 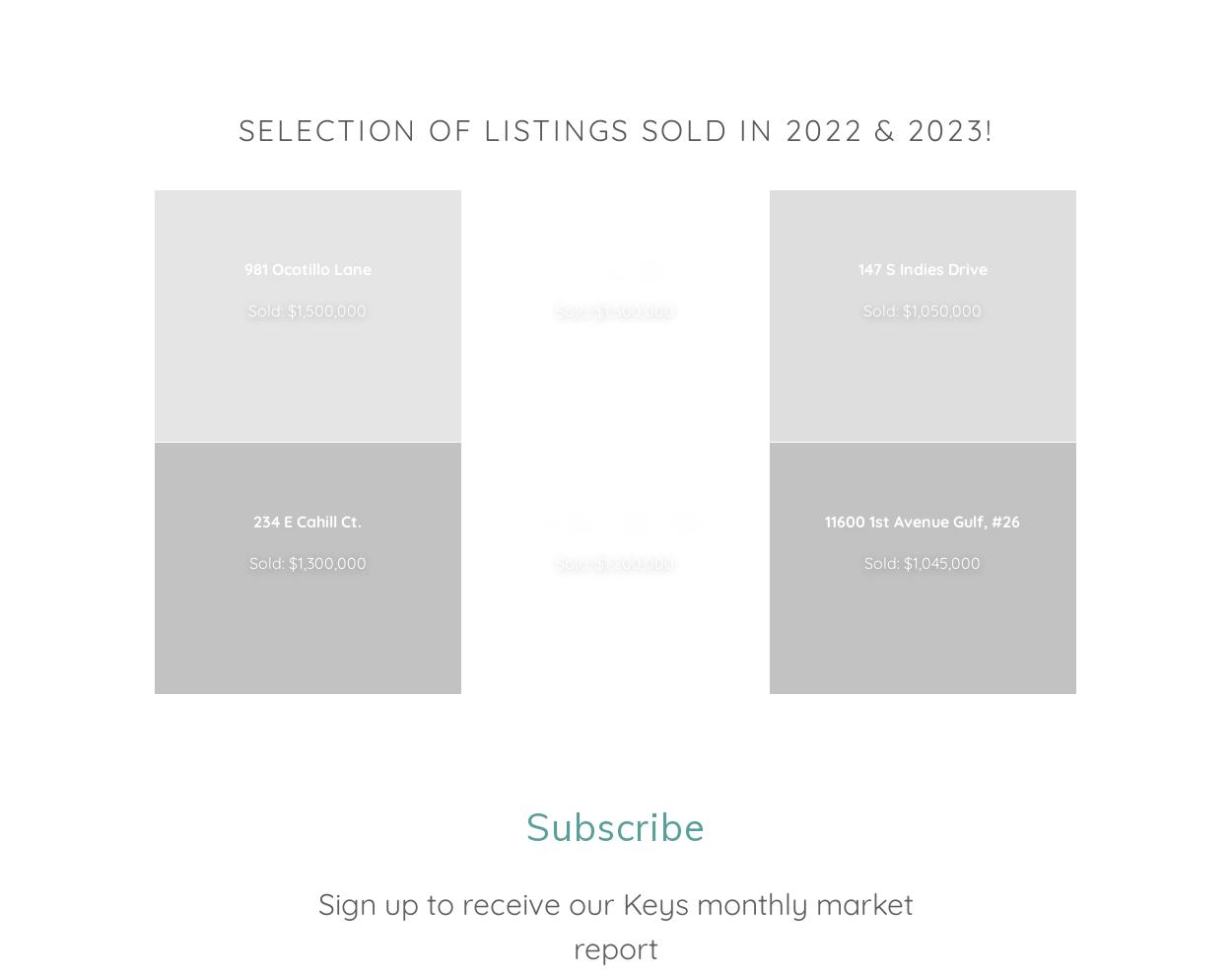 I want to click on '234 E Cahill Ct.', so click(x=308, y=521).